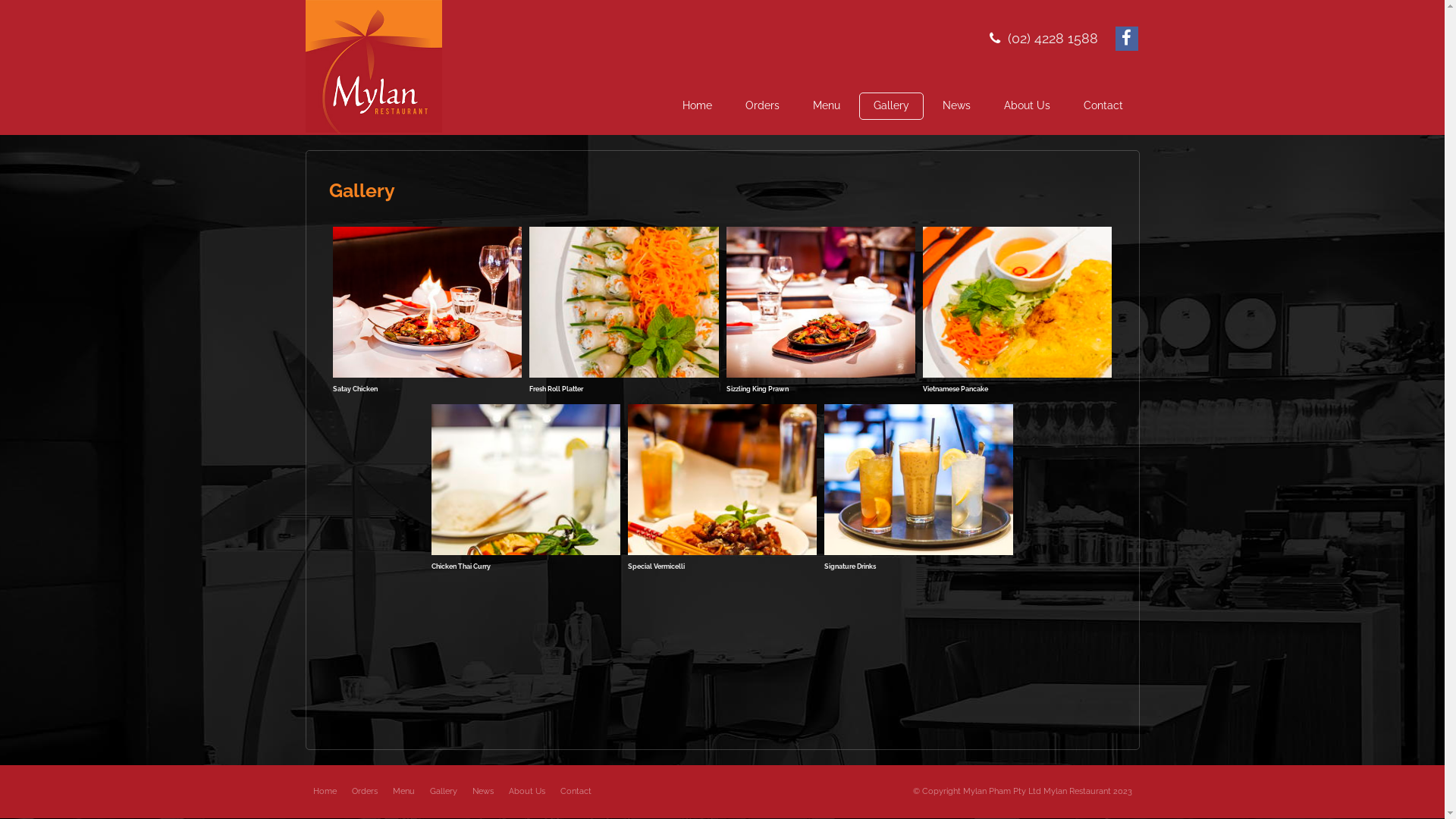  What do you see at coordinates (695, 105) in the screenshot?
I see `'Home'` at bounding box center [695, 105].